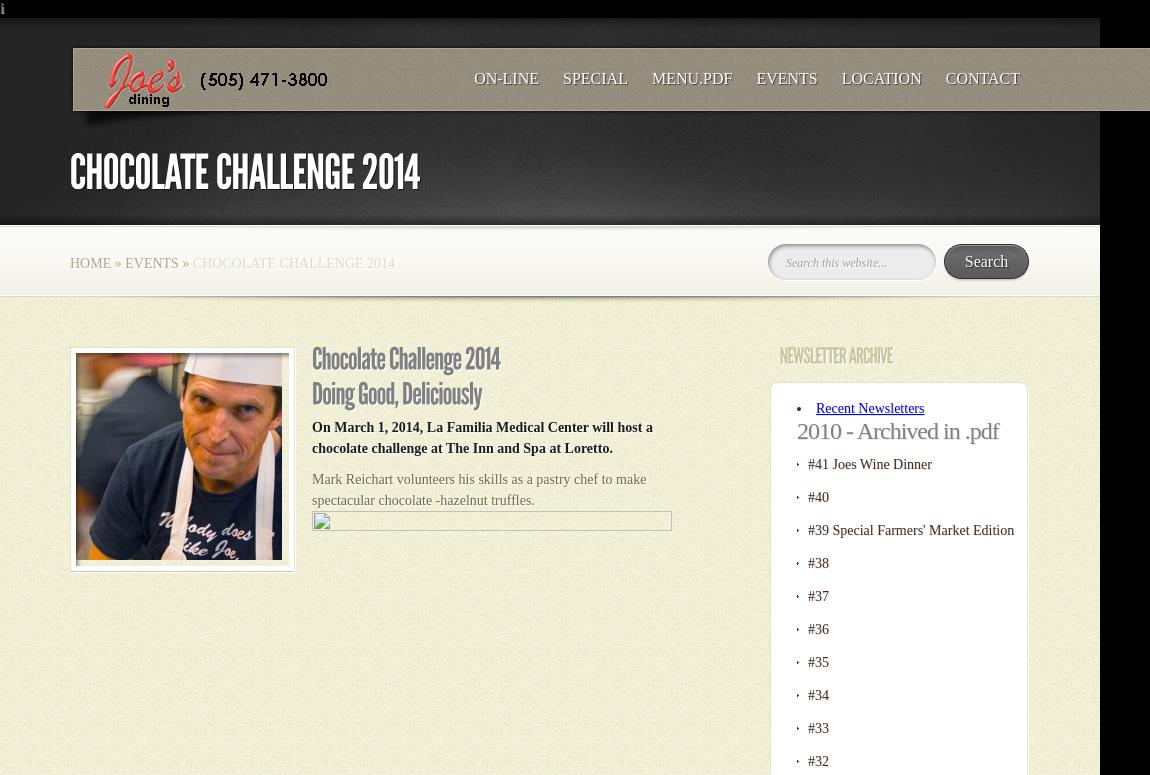 The image size is (1150, 775). What do you see at coordinates (478, 489) in the screenshot?
I see `'Mark Reichart volunteers his skills as a pastry chef to make spectacular chocolate -hazelnut truffles.'` at bounding box center [478, 489].